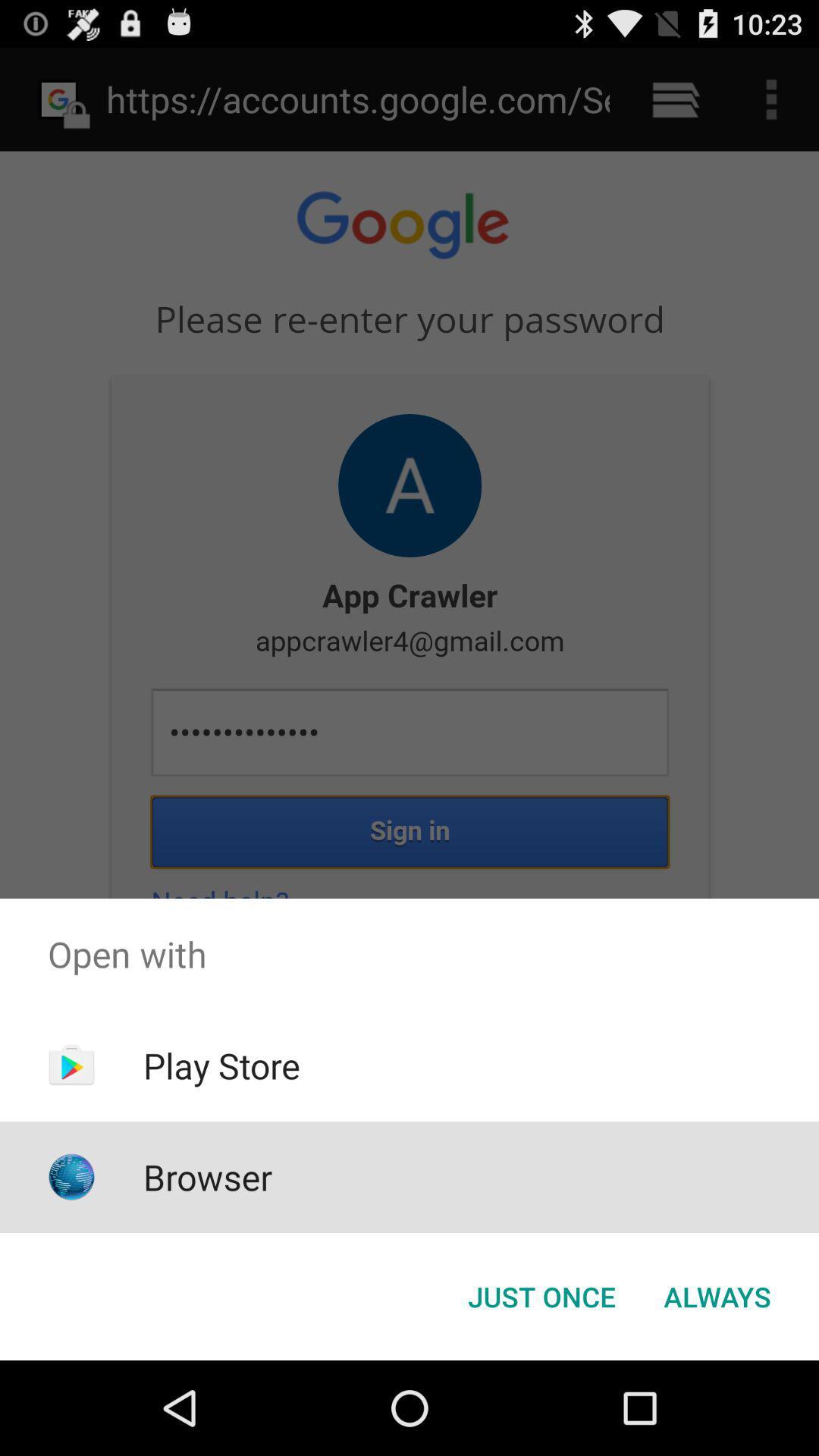 Image resolution: width=819 pixels, height=1456 pixels. What do you see at coordinates (717, 1295) in the screenshot?
I see `the always item` at bounding box center [717, 1295].